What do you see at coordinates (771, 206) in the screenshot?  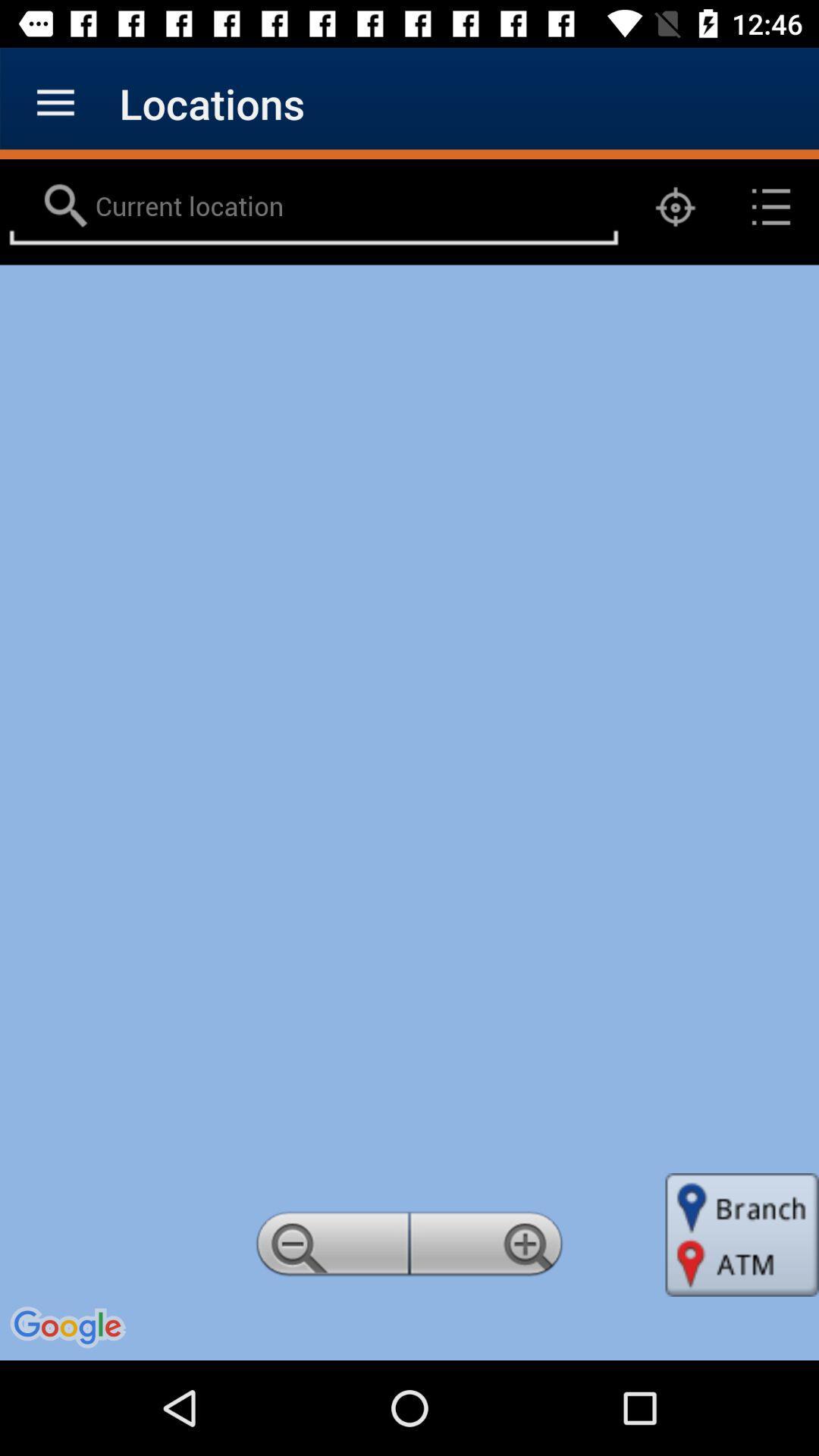 I see `the list icon` at bounding box center [771, 206].